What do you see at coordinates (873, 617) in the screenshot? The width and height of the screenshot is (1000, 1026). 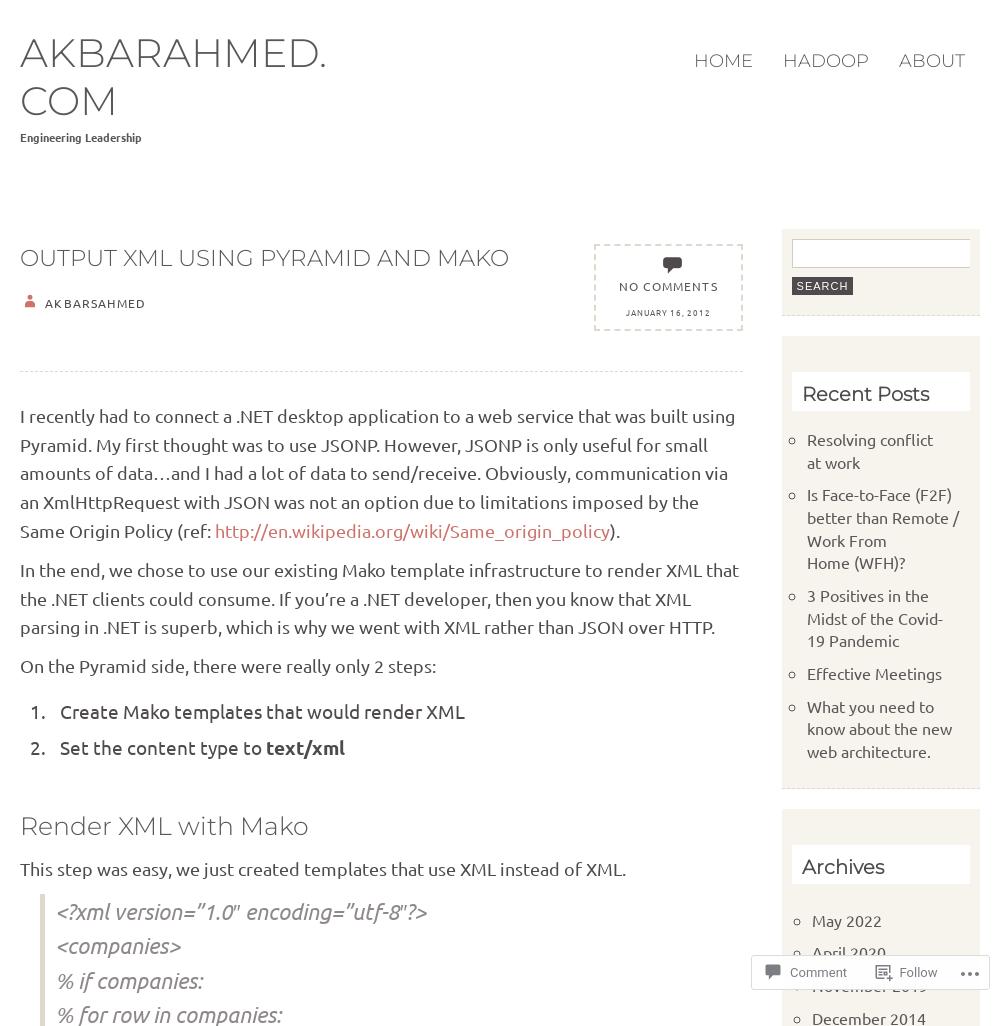 I see `'3 Positives in the Midst of the Covid-19 Pandemic'` at bounding box center [873, 617].